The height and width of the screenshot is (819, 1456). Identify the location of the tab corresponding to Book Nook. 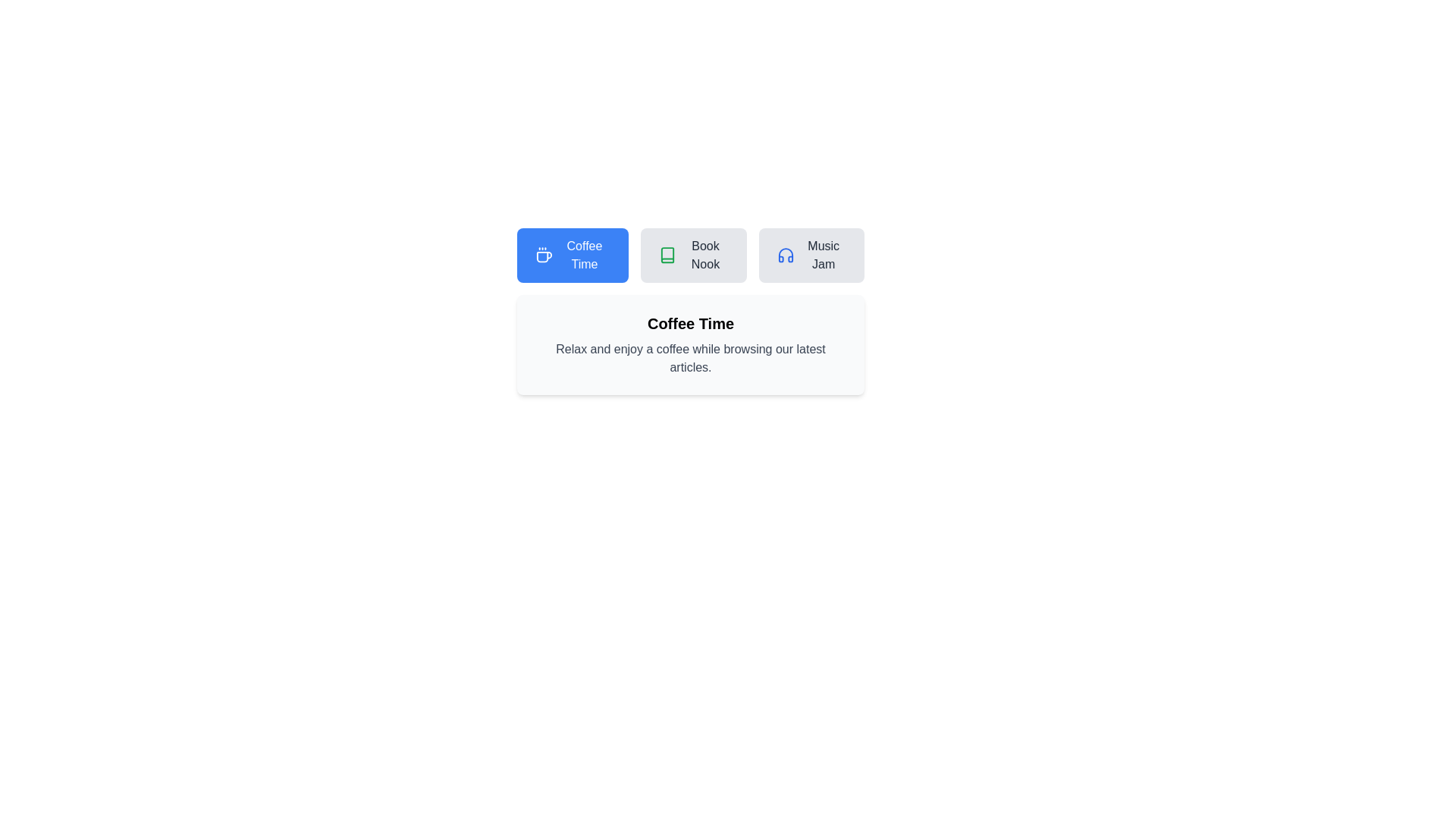
(692, 254).